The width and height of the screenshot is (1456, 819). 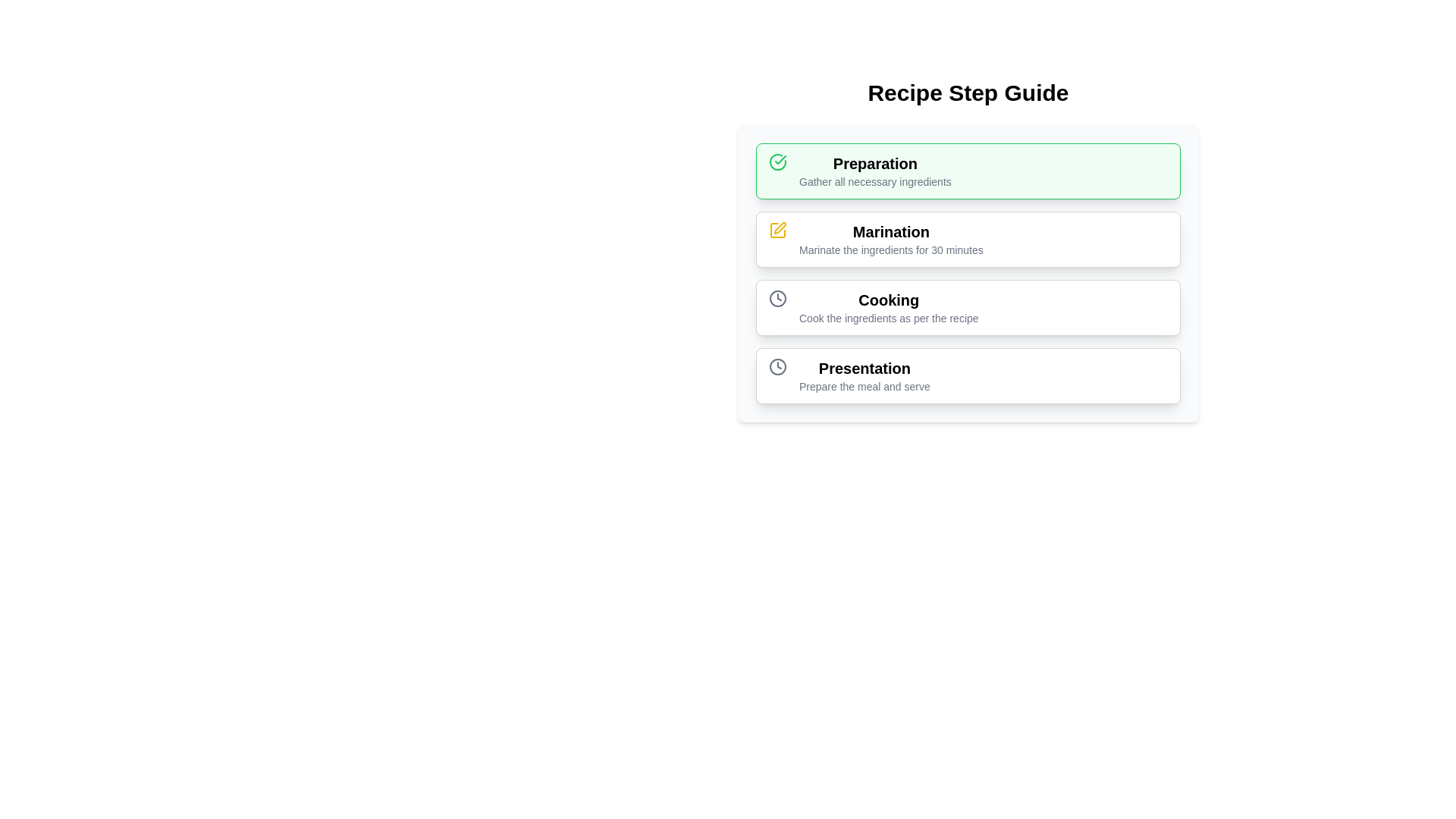 What do you see at coordinates (967, 171) in the screenshot?
I see `the content of the first Informational Card in the Recipe Step Guide, which has a light green background, a green border, and contains the title 'Preparation' and subtitle 'Gather all necessary ingredients'` at bounding box center [967, 171].